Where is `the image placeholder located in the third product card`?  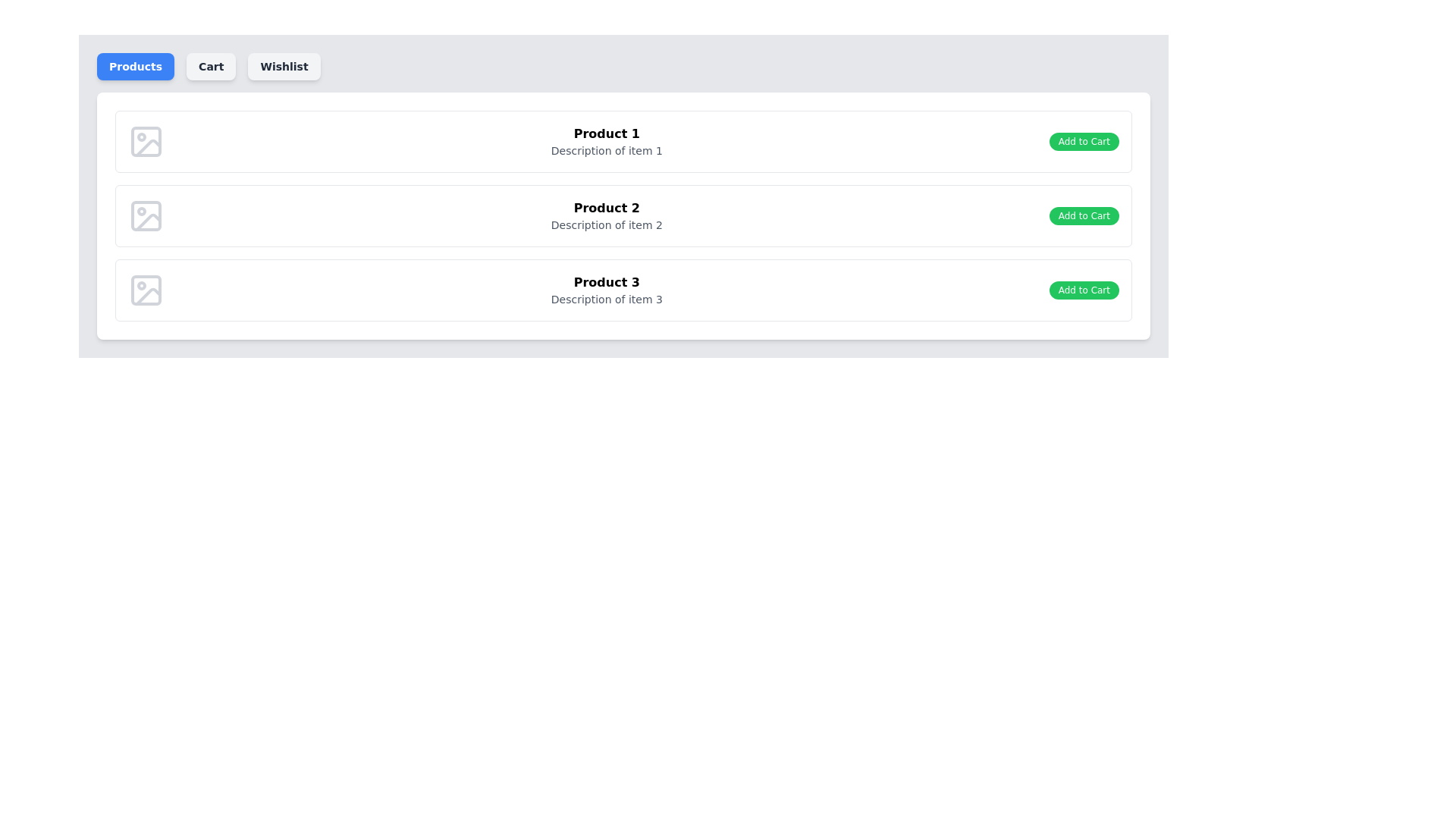 the image placeholder located in the third product card is located at coordinates (146, 290).